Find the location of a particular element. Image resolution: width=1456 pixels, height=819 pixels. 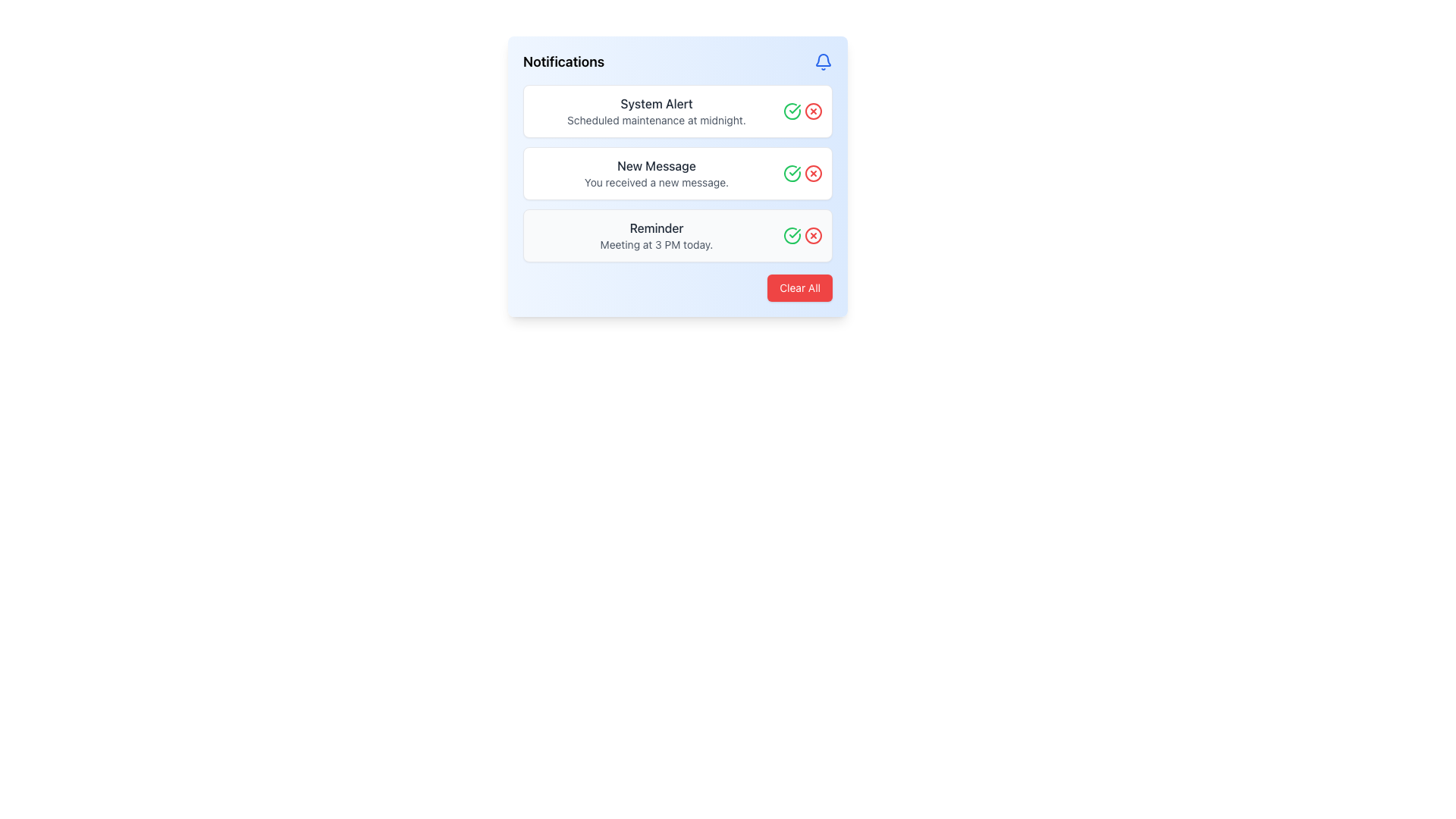

text label containing 'Meeting at 3 PM today.' located in the Notifications section, specifically within the Reminder card is located at coordinates (656, 244).